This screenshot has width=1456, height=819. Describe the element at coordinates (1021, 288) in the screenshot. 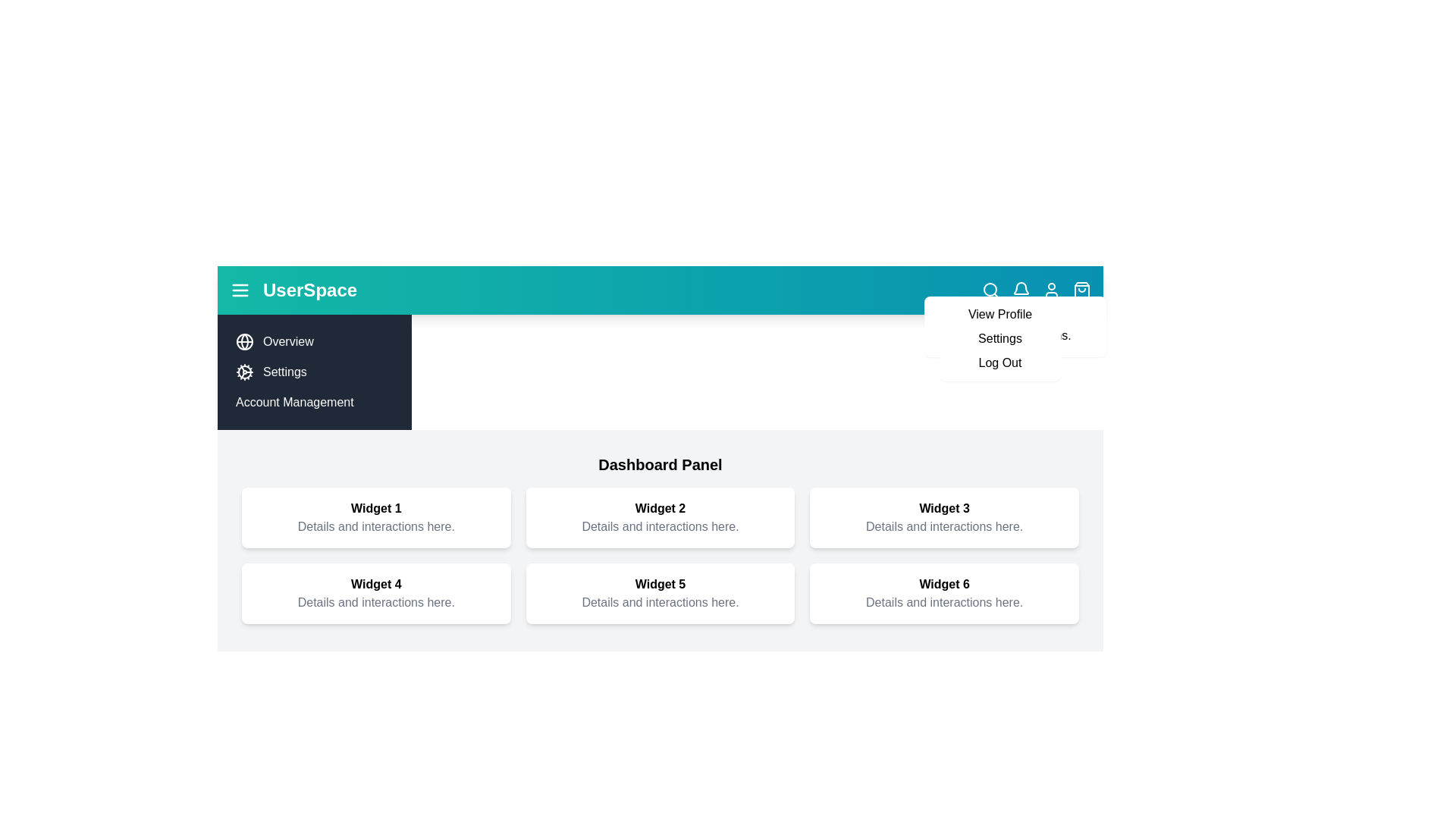

I see `the bell icon located on the top-right end of the toolbar` at that location.